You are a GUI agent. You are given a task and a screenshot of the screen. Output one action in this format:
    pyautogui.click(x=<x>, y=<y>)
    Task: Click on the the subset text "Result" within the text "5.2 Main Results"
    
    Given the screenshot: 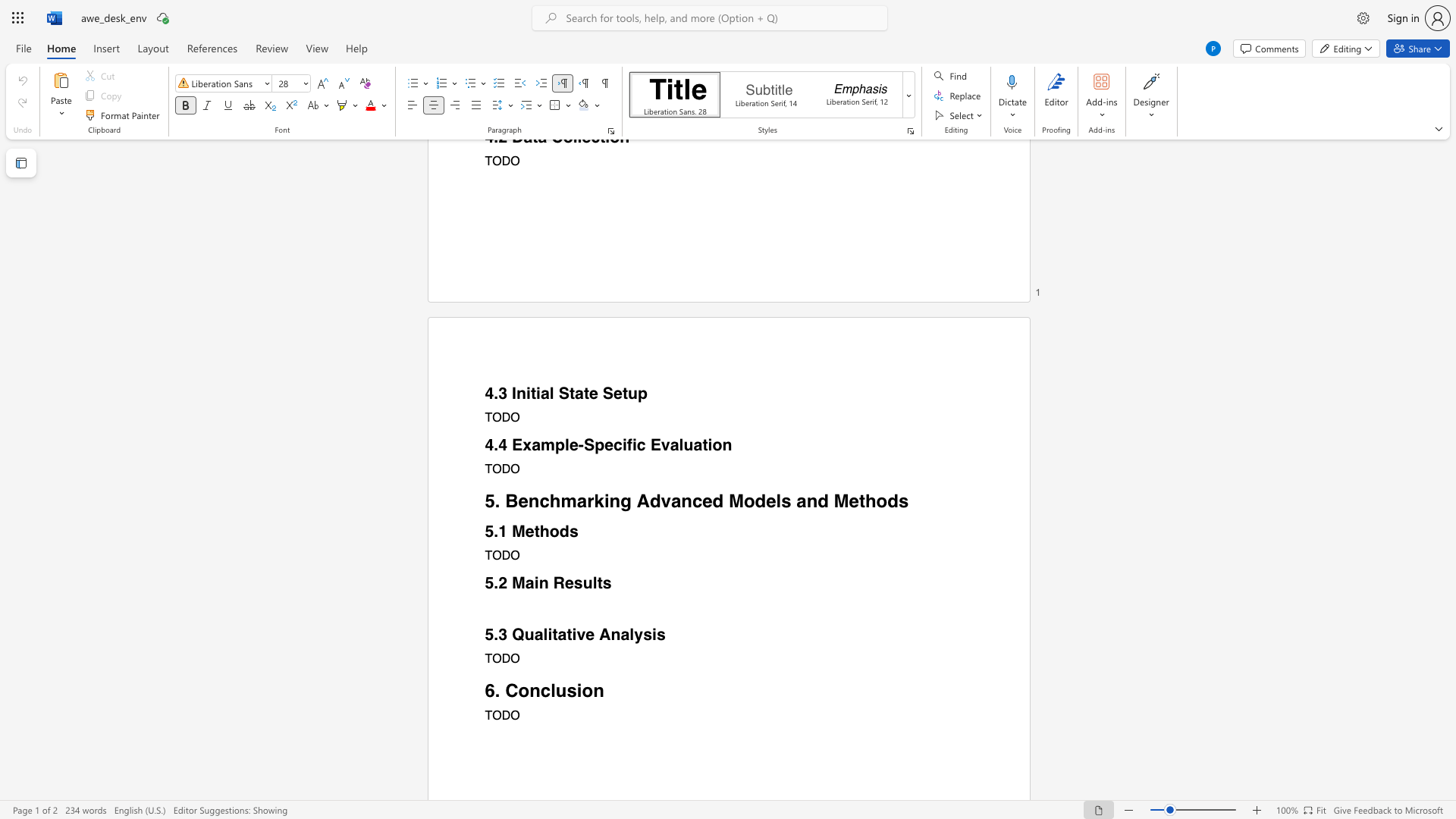 What is the action you would take?
    pyautogui.click(x=552, y=582)
    